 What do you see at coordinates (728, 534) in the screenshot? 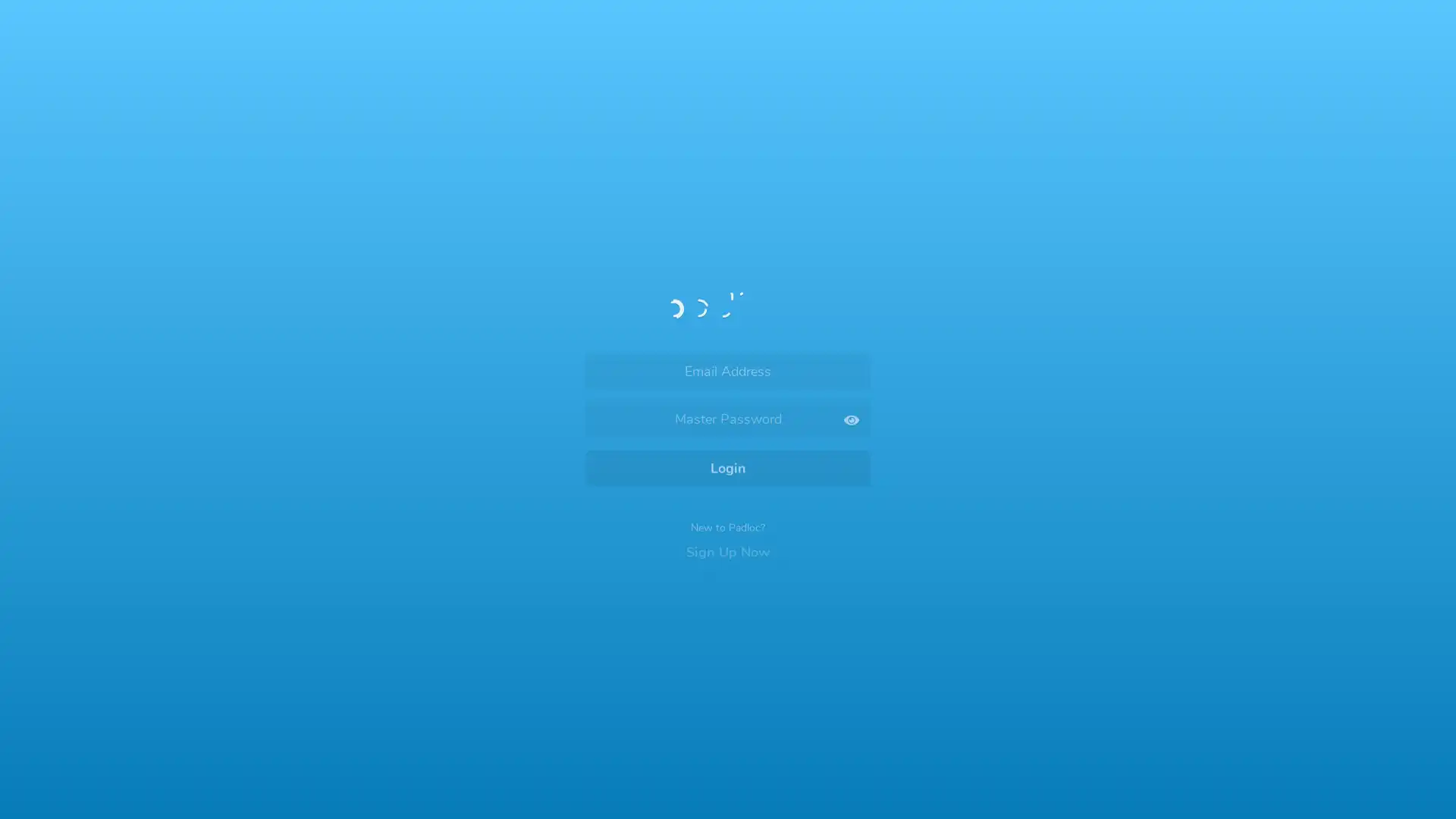
I see `Sign Up Now` at bounding box center [728, 534].